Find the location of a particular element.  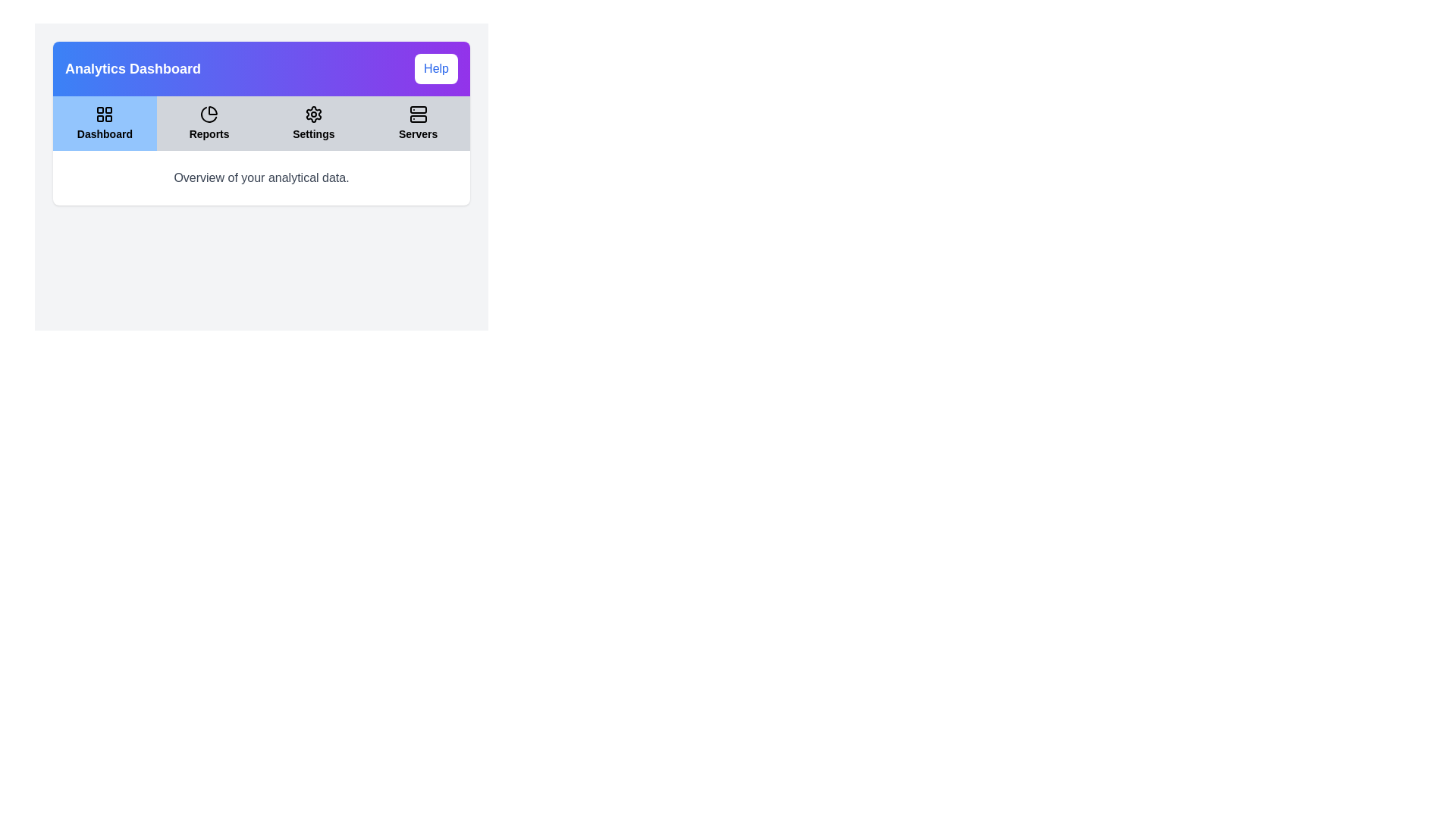

the 'Servers' button, which is the fourth option from the left in the top navigation bar is located at coordinates (418, 122).